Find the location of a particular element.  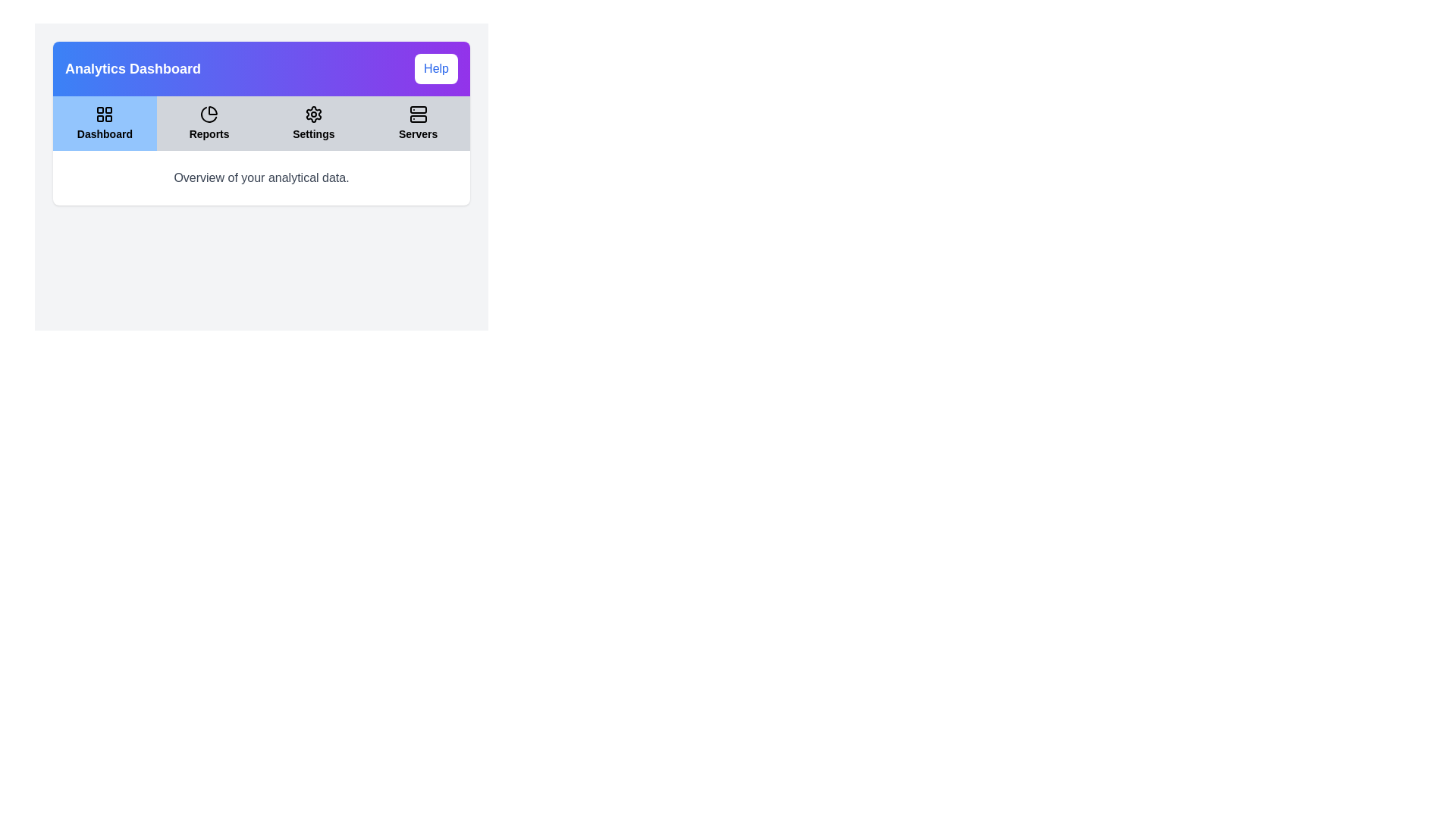

the 'Servers' button, which is the fourth option from the left in the top navigation bar is located at coordinates (418, 122).